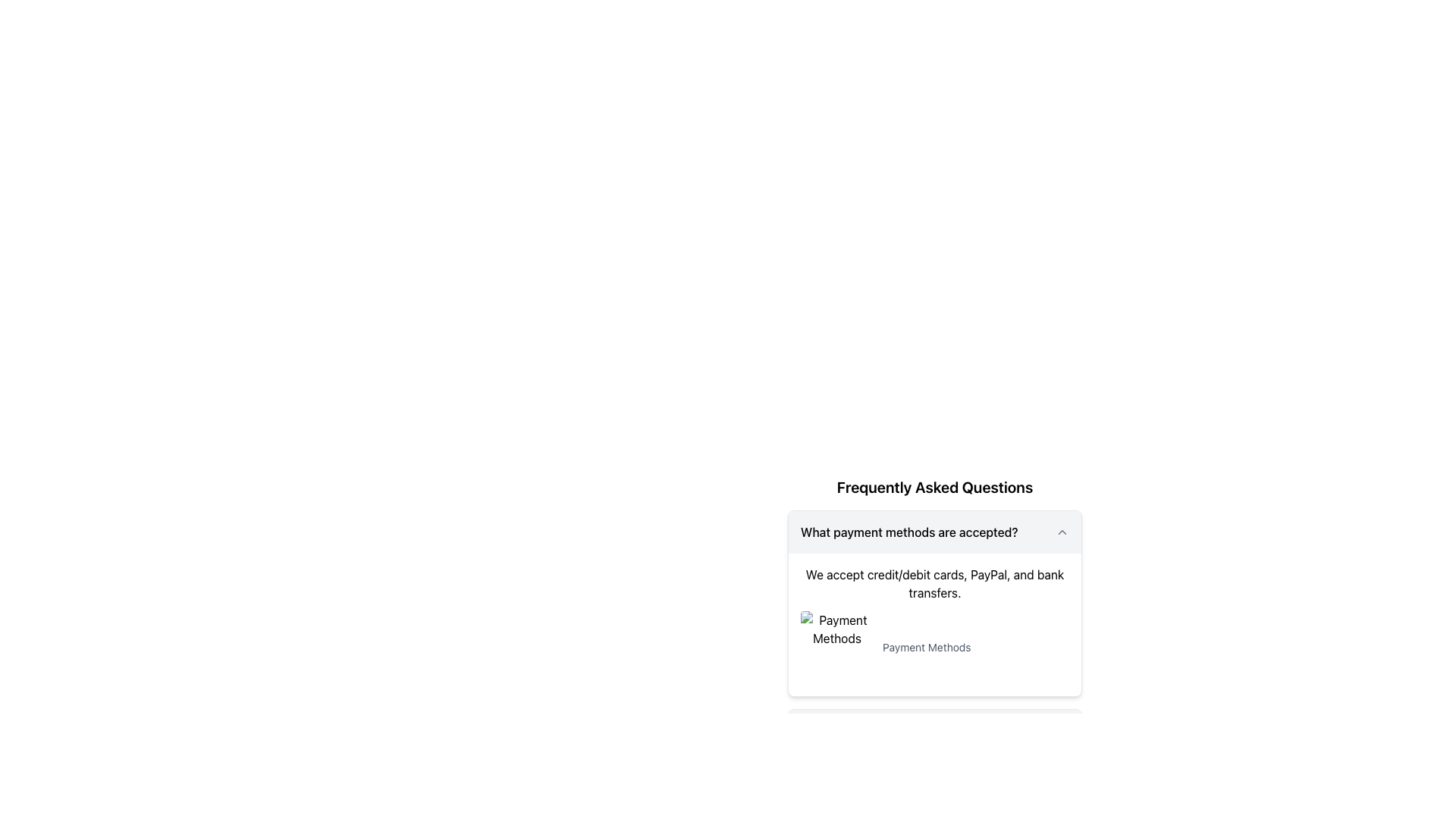  What do you see at coordinates (1062, 532) in the screenshot?
I see `the Icon (Chevron Up) next to the text 'What payment methods are accepted?'` at bounding box center [1062, 532].